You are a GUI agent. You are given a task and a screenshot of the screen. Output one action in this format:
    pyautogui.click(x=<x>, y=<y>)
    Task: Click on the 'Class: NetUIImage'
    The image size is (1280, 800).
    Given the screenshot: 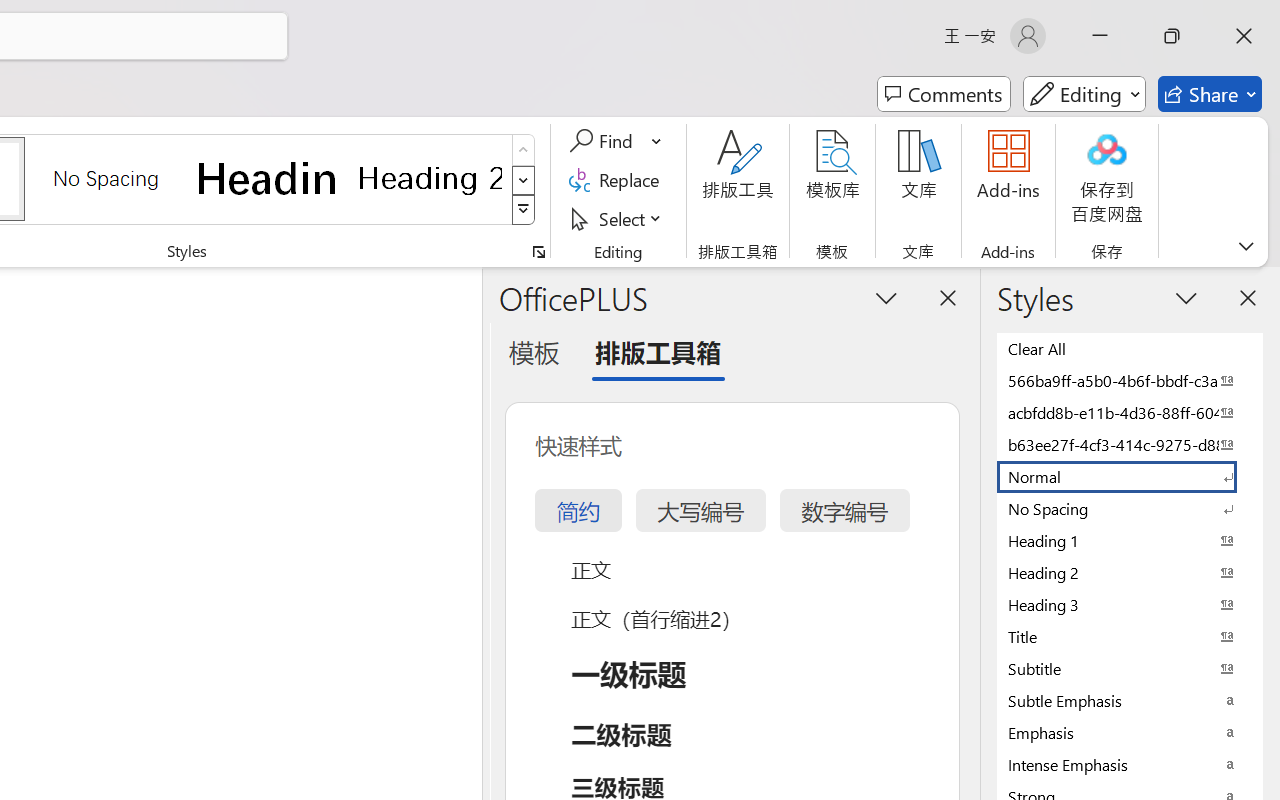 What is the action you would take?
    pyautogui.click(x=524, y=210)
    